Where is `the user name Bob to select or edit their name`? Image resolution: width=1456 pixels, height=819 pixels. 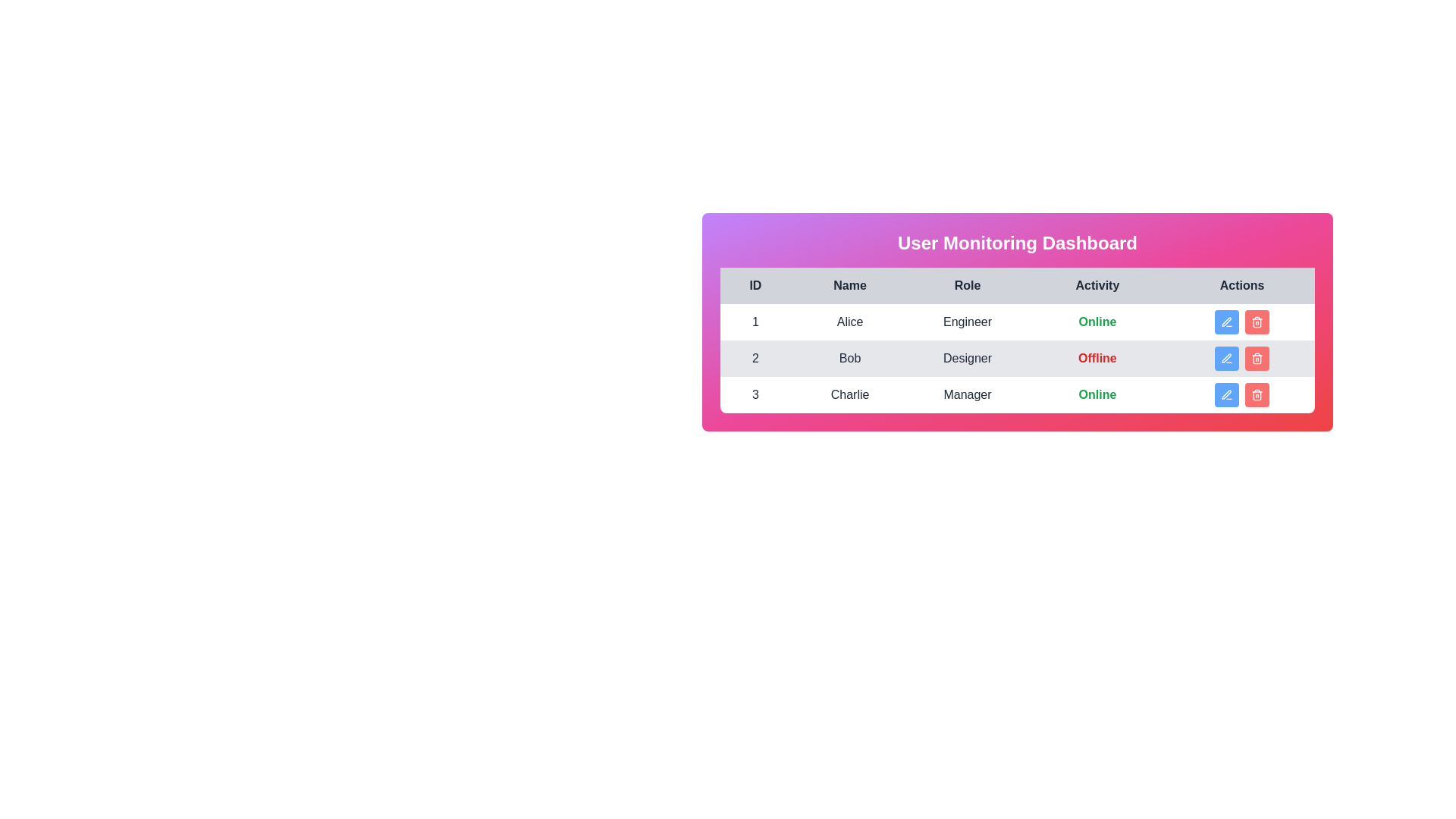 the user name Bob to select or edit their name is located at coordinates (850, 359).